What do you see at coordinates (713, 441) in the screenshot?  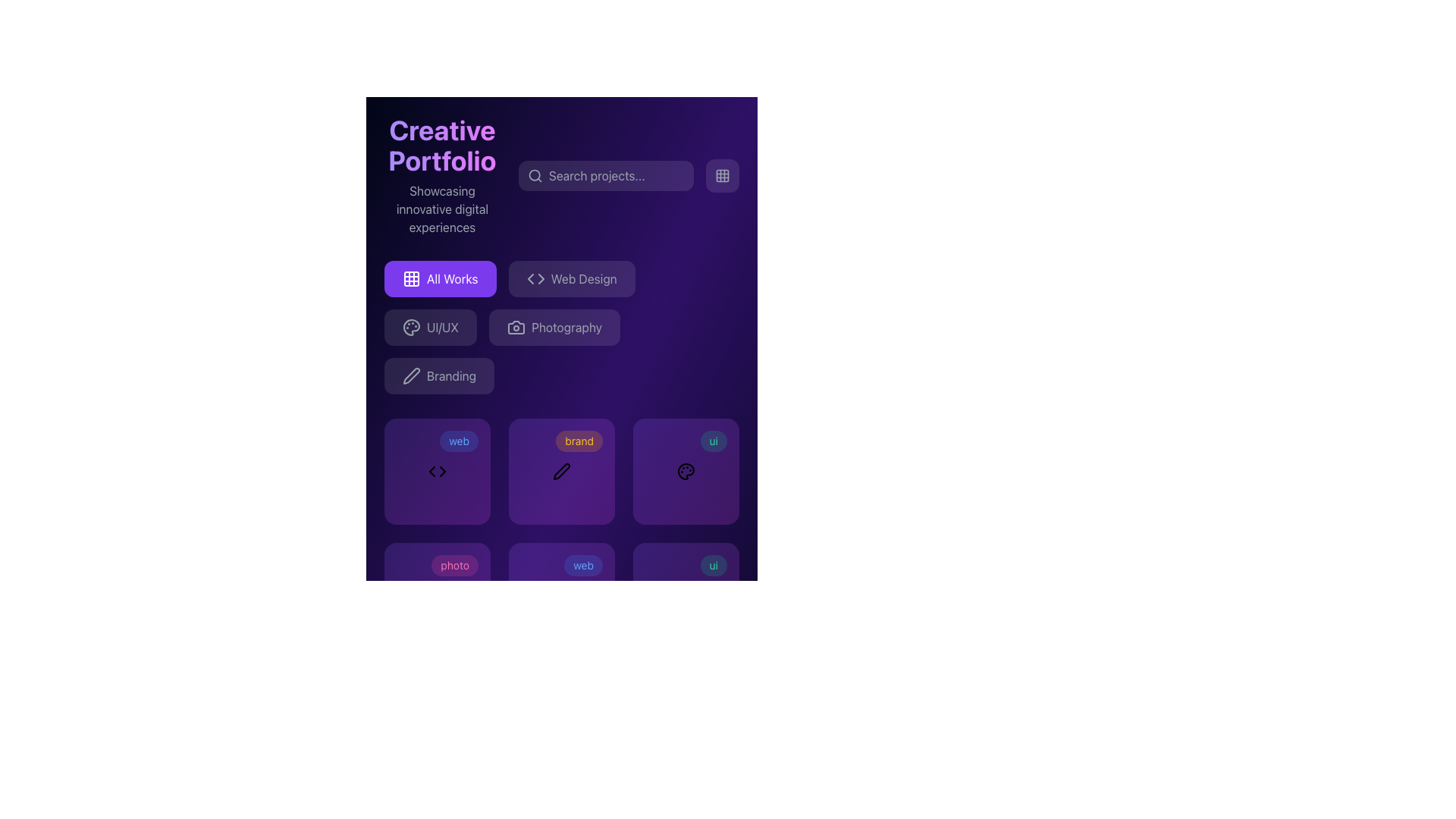 I see `the label positioned in the top-right corner of the square panel containing design elements in the lower section of the interface` at bounding box center [713, 441].